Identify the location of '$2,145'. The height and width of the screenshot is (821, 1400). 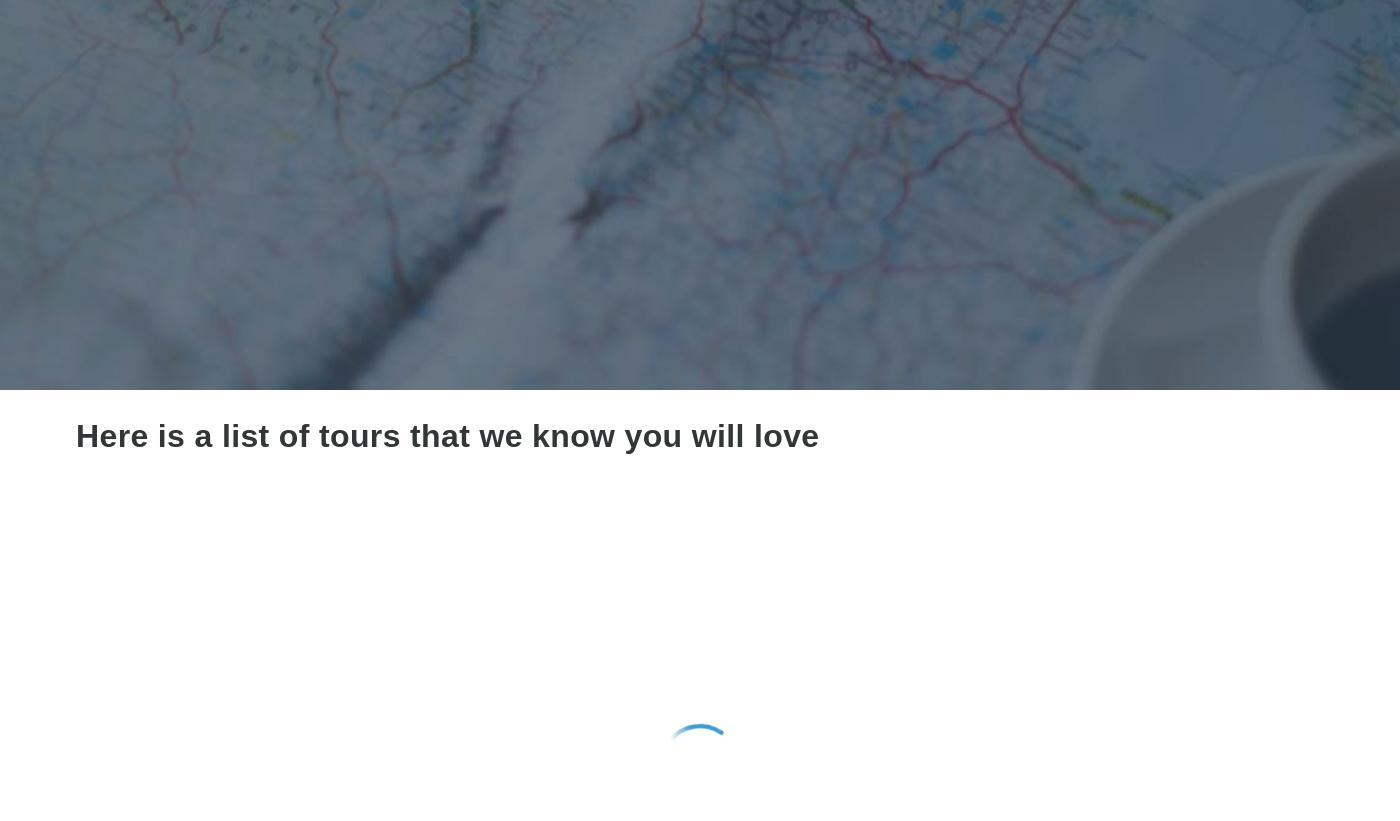
(203, 772).